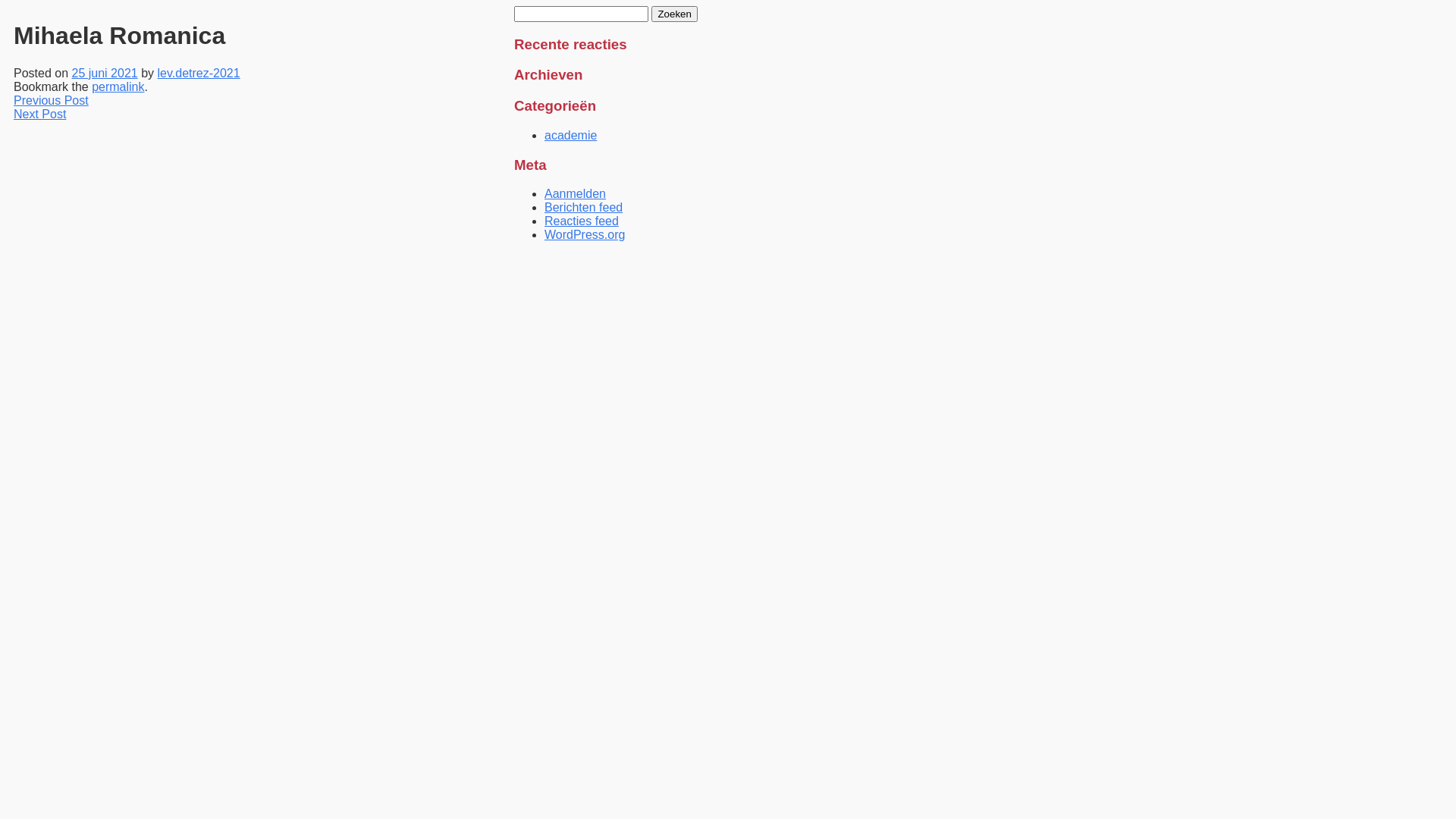 The image size is (1456, 819). Describe the element at coordinates (581, 221) in the screenshot. I see `'Reacties feed'` at that location.